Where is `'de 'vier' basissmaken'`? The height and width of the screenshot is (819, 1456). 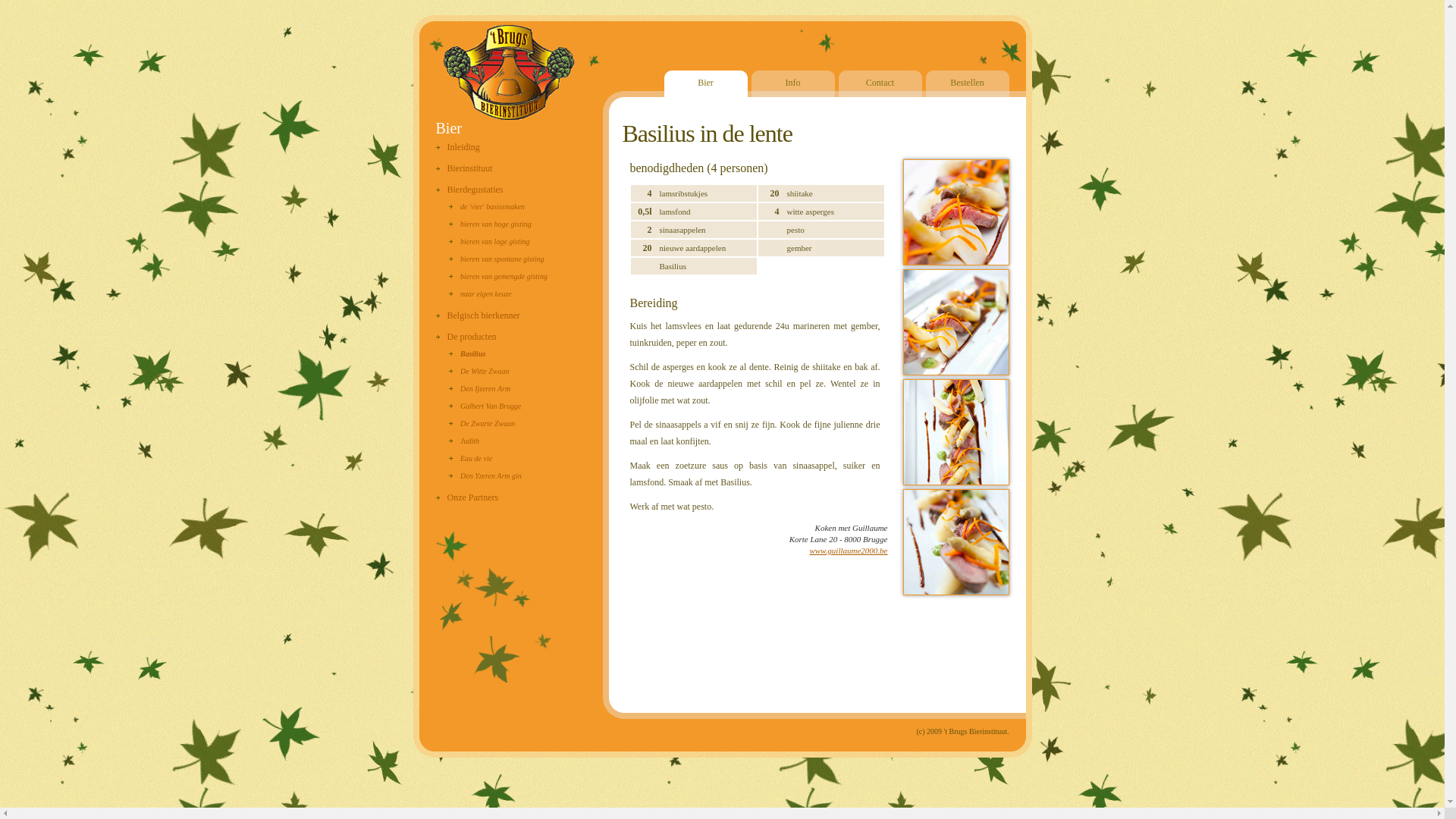 'de 'vier' basissmaken' is located at coordinates (487, 206).